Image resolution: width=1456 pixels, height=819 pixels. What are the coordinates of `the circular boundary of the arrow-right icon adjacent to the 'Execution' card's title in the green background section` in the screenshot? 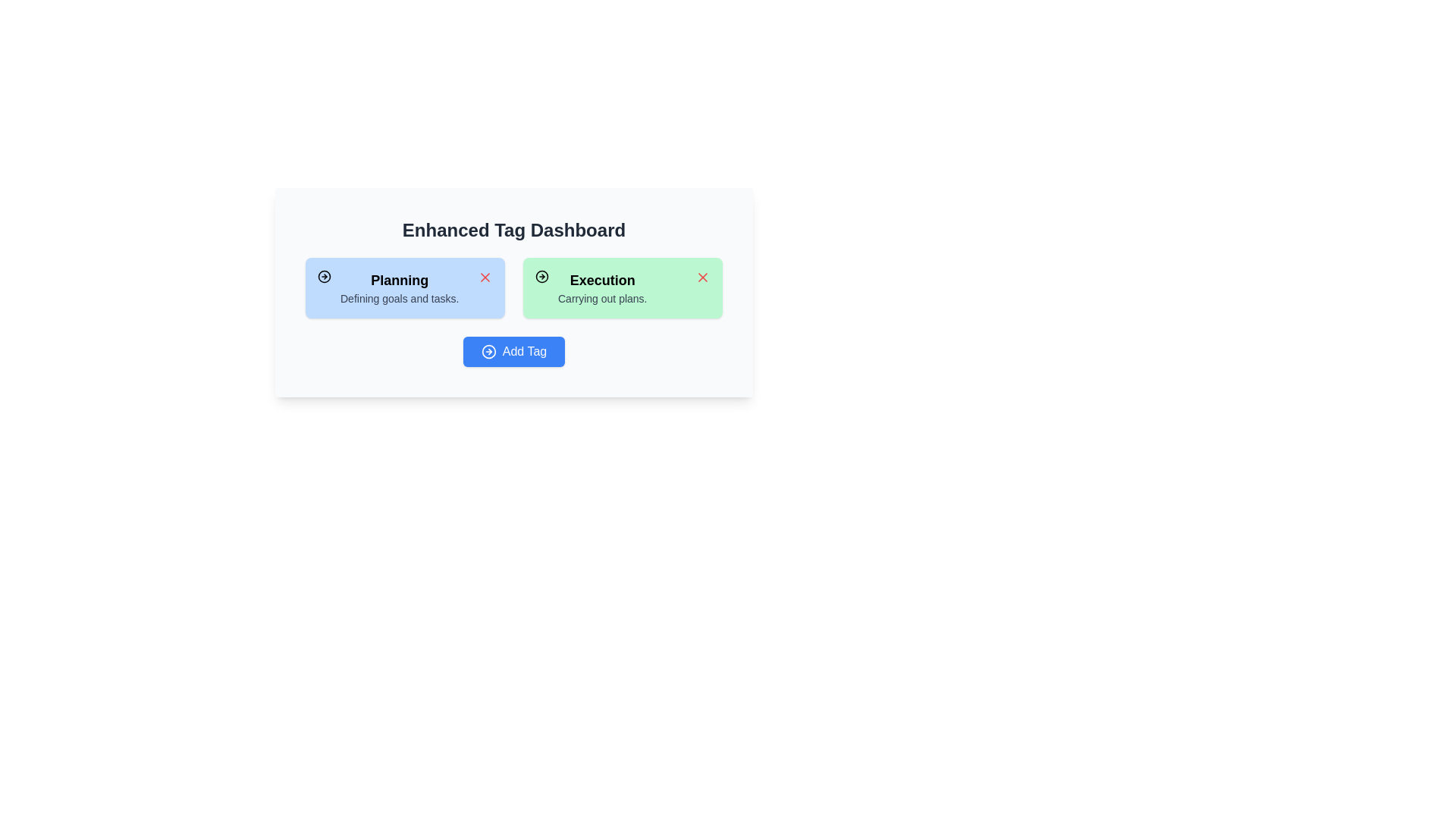 It's located at (542, 277).